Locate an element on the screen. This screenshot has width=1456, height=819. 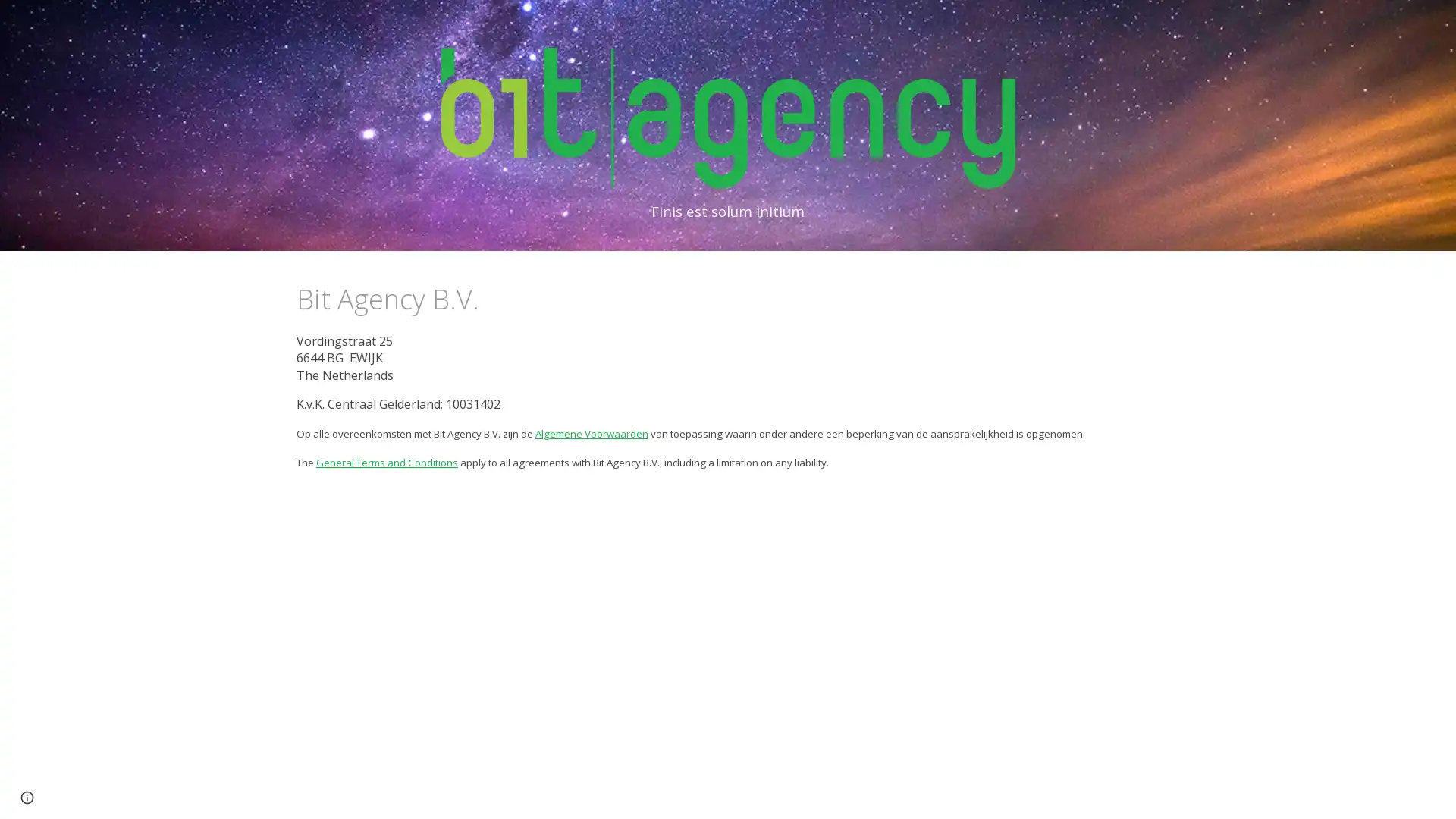
Report abuse is located at coordinates (118, 792).